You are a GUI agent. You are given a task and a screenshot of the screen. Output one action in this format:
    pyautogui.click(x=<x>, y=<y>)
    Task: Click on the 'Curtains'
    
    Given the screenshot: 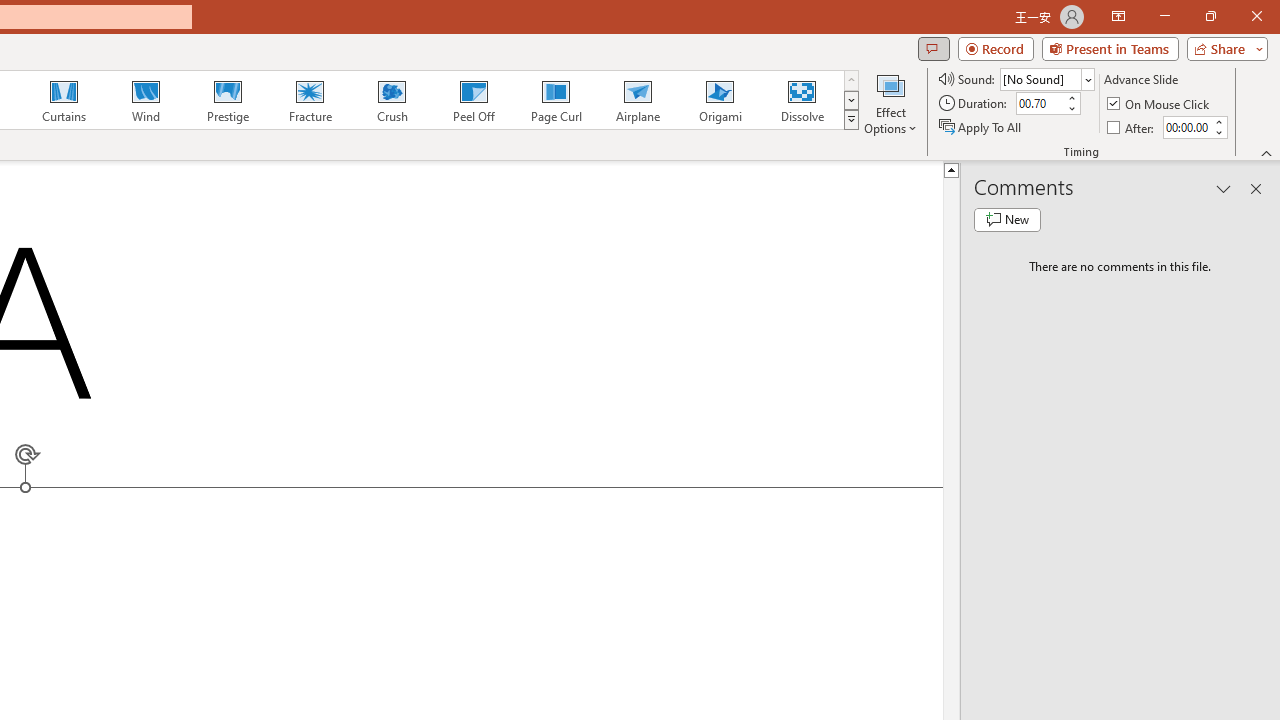 What is the action you would take?
    pyautogui.click(x=64, y=100)
    